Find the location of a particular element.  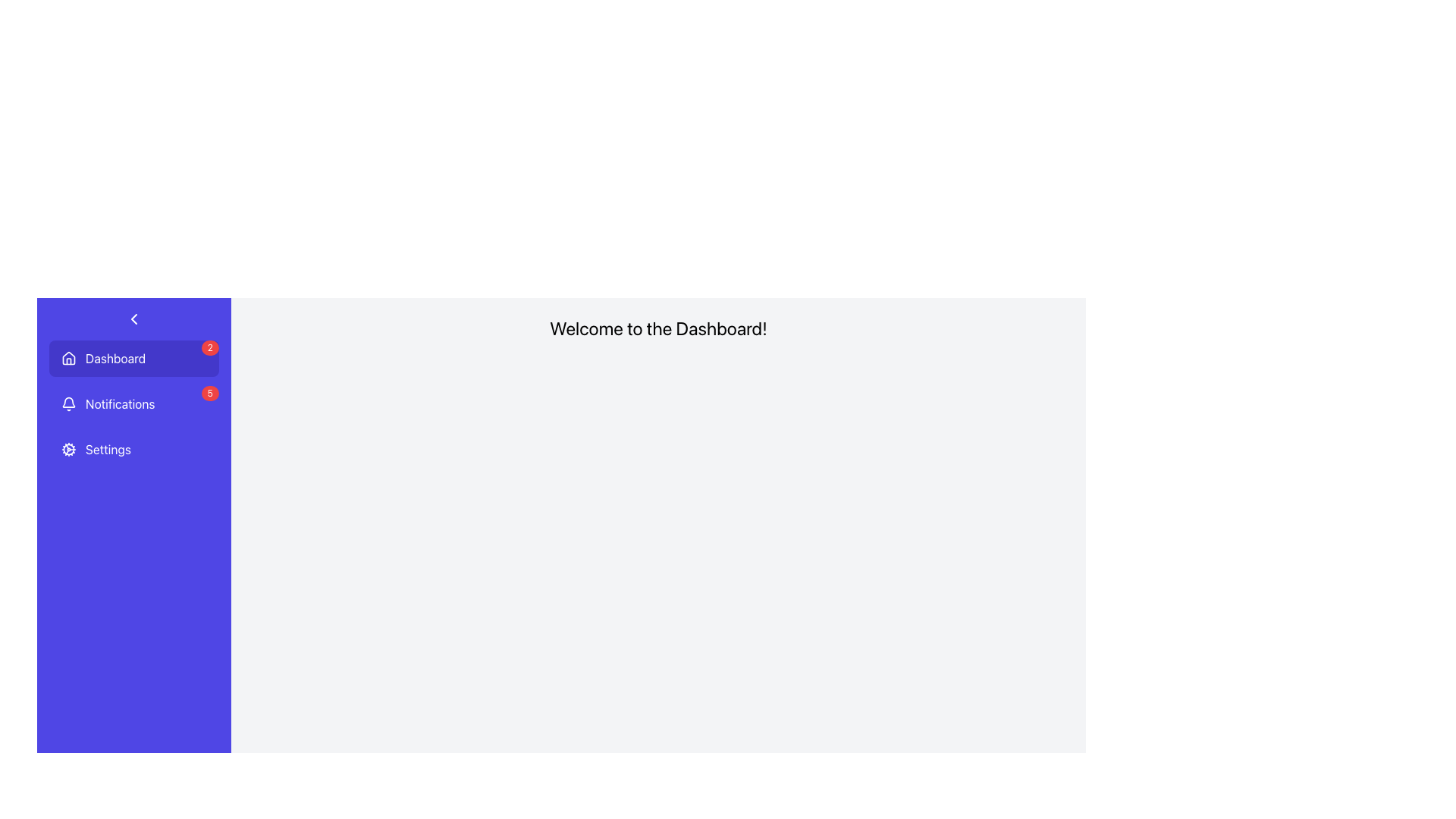

the house-shaped icon, which is the leftmost item in the 'Dashboard' button of the vertical menu is located at coordinates (68, 359).